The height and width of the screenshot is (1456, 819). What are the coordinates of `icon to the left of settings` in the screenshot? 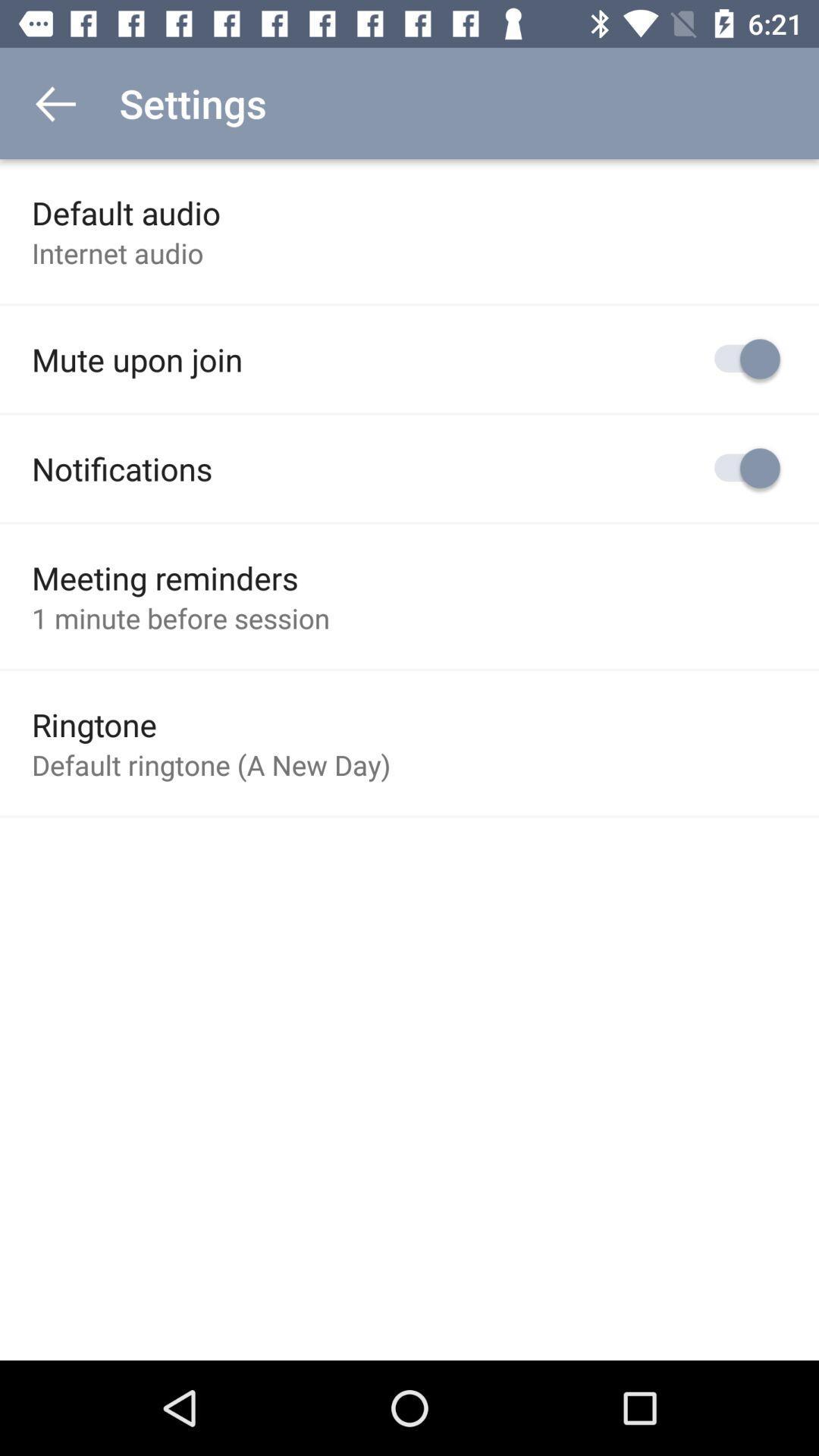 It's located at (55, 102).